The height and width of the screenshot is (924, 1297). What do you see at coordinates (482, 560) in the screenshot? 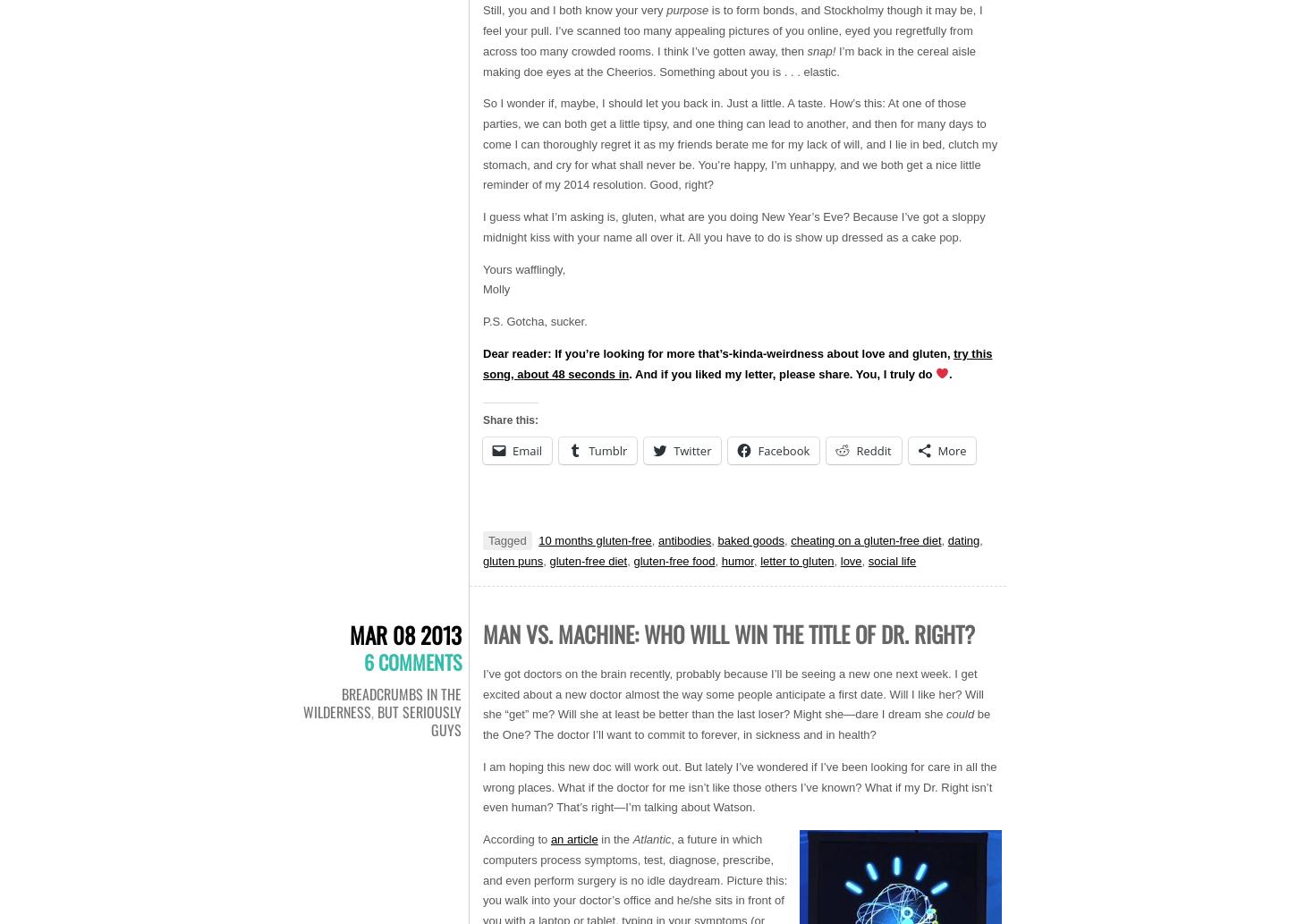
I see `'gluten puns'` at bounding box center [482, 560].